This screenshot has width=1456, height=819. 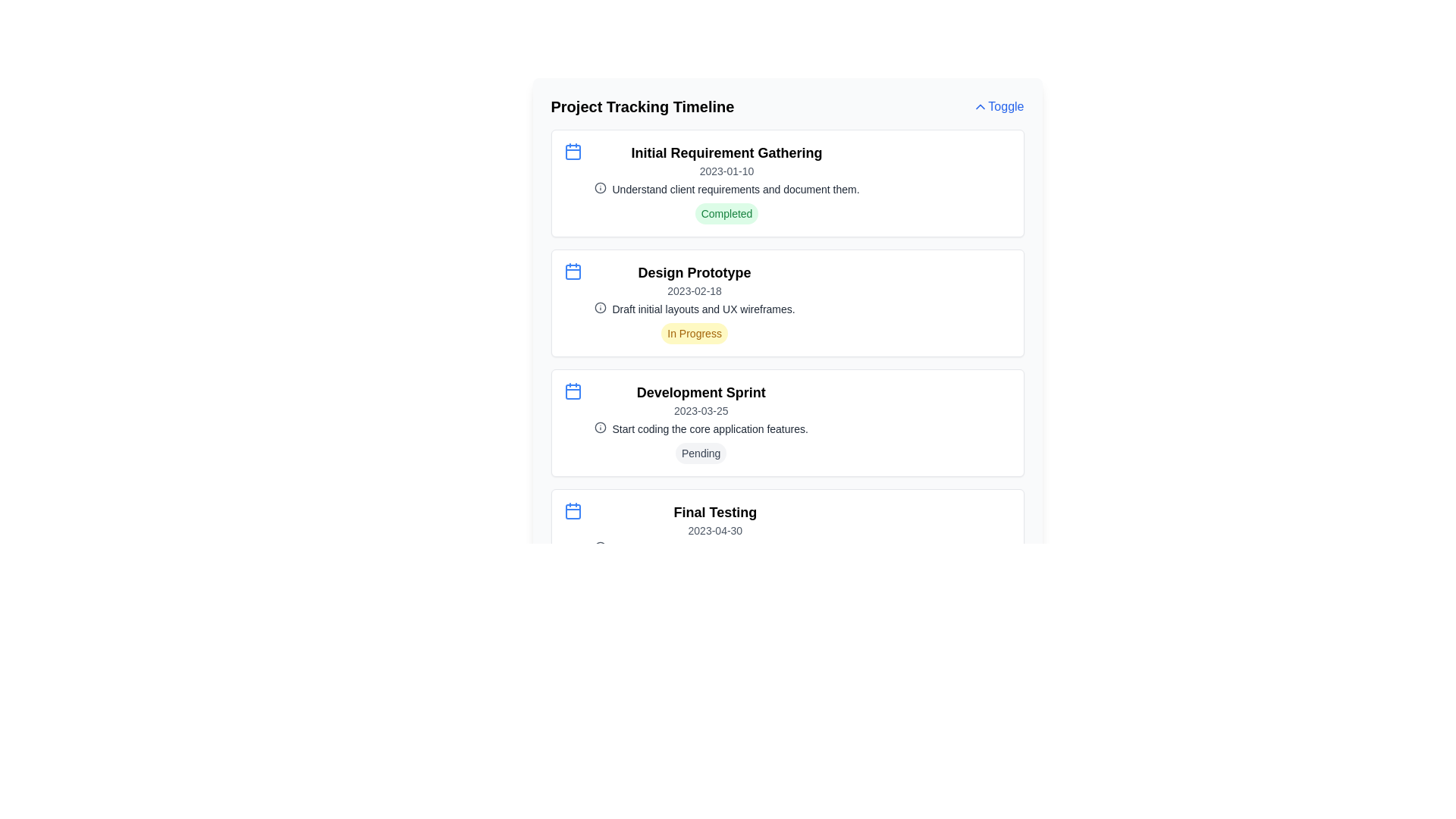 What do you see at coordinates (599, 187) in the screenshot?
I see `the informational icon located to the left of the descriptive text in the 'Initial Requirement Gathering' timeline item, if it is interactive` at bounding box center [599, 187].